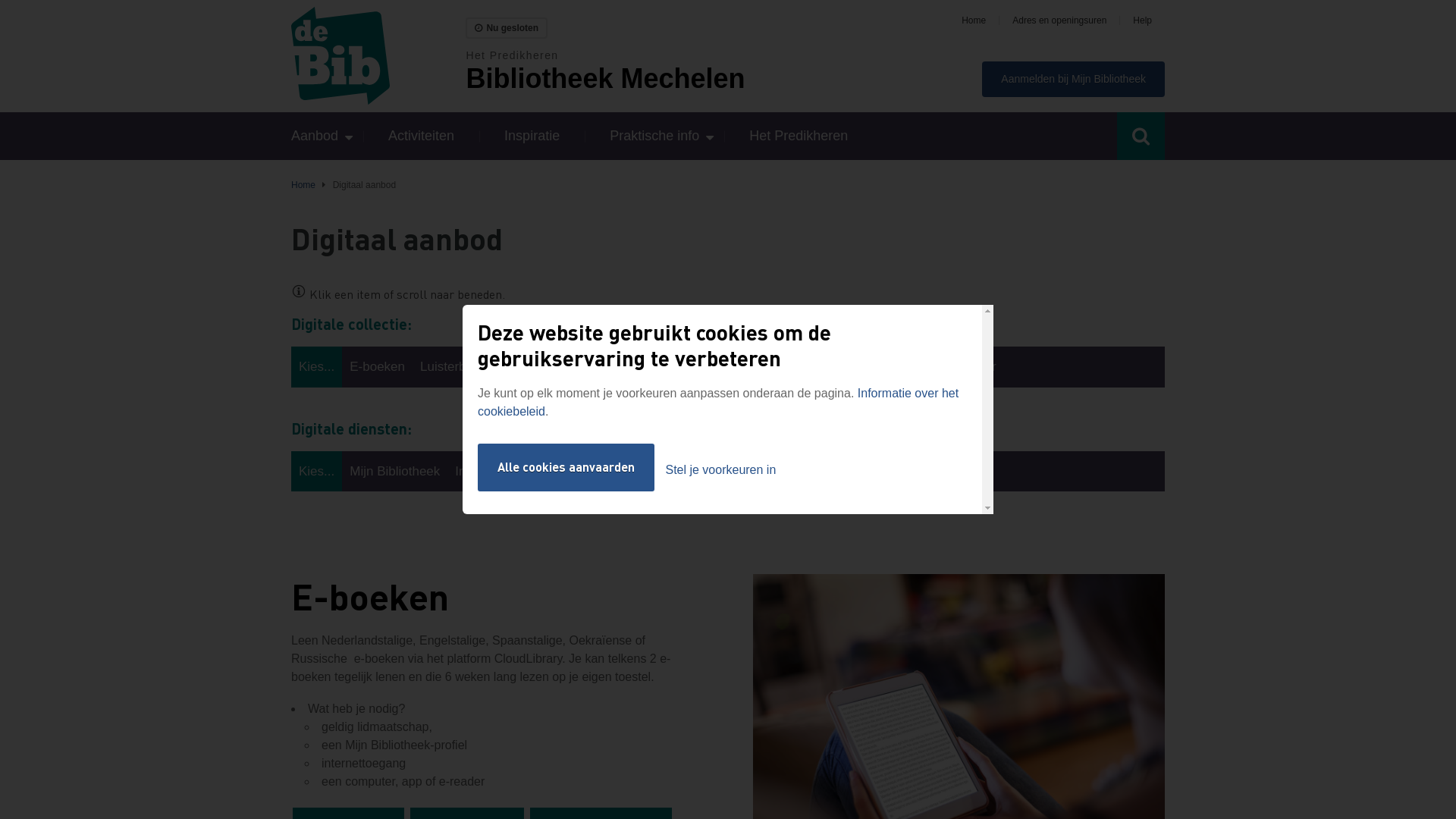 Image resolution: width=1456 pixels, height=819 pixels. I want to click on 'Home', so click(973, 20).